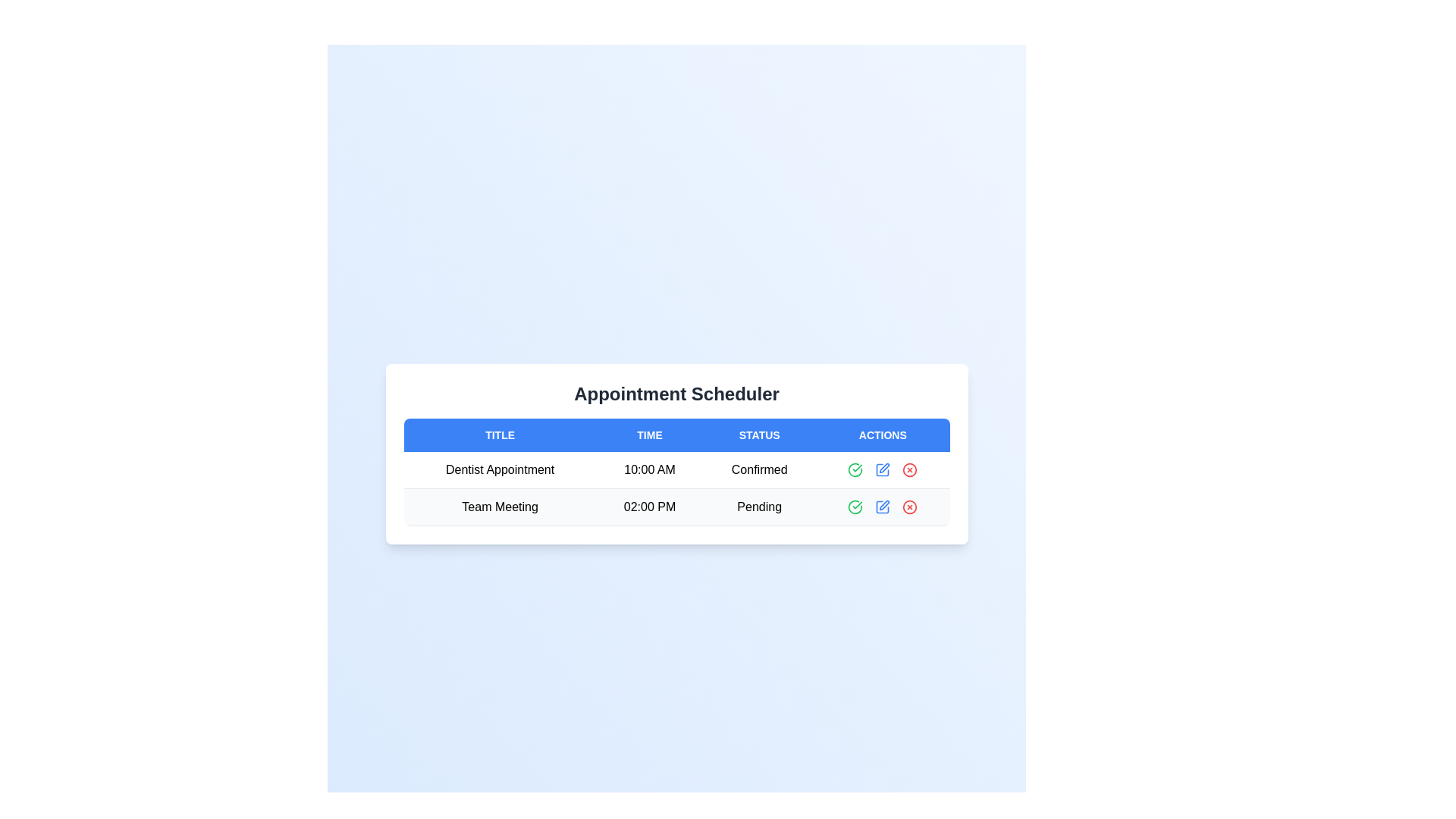  I want to click on the 'Team Meeting' text label located in the second row under the 'TITLE' column of the table, so click(500, 507).